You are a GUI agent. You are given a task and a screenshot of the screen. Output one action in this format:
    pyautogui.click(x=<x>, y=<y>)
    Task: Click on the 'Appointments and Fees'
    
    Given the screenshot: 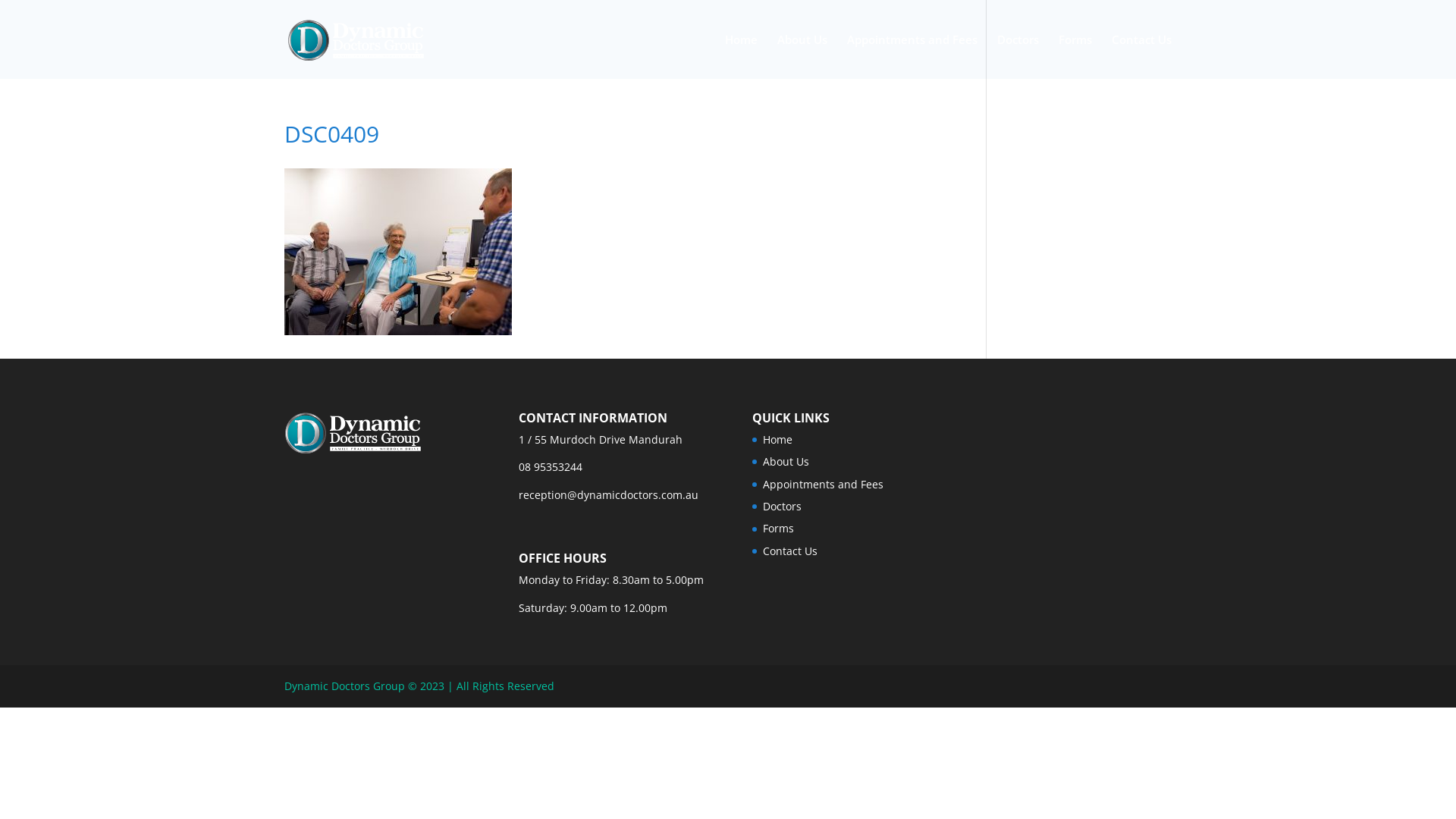 What is the action you would take?
    pyautogui.click(x=822, y=484)
    